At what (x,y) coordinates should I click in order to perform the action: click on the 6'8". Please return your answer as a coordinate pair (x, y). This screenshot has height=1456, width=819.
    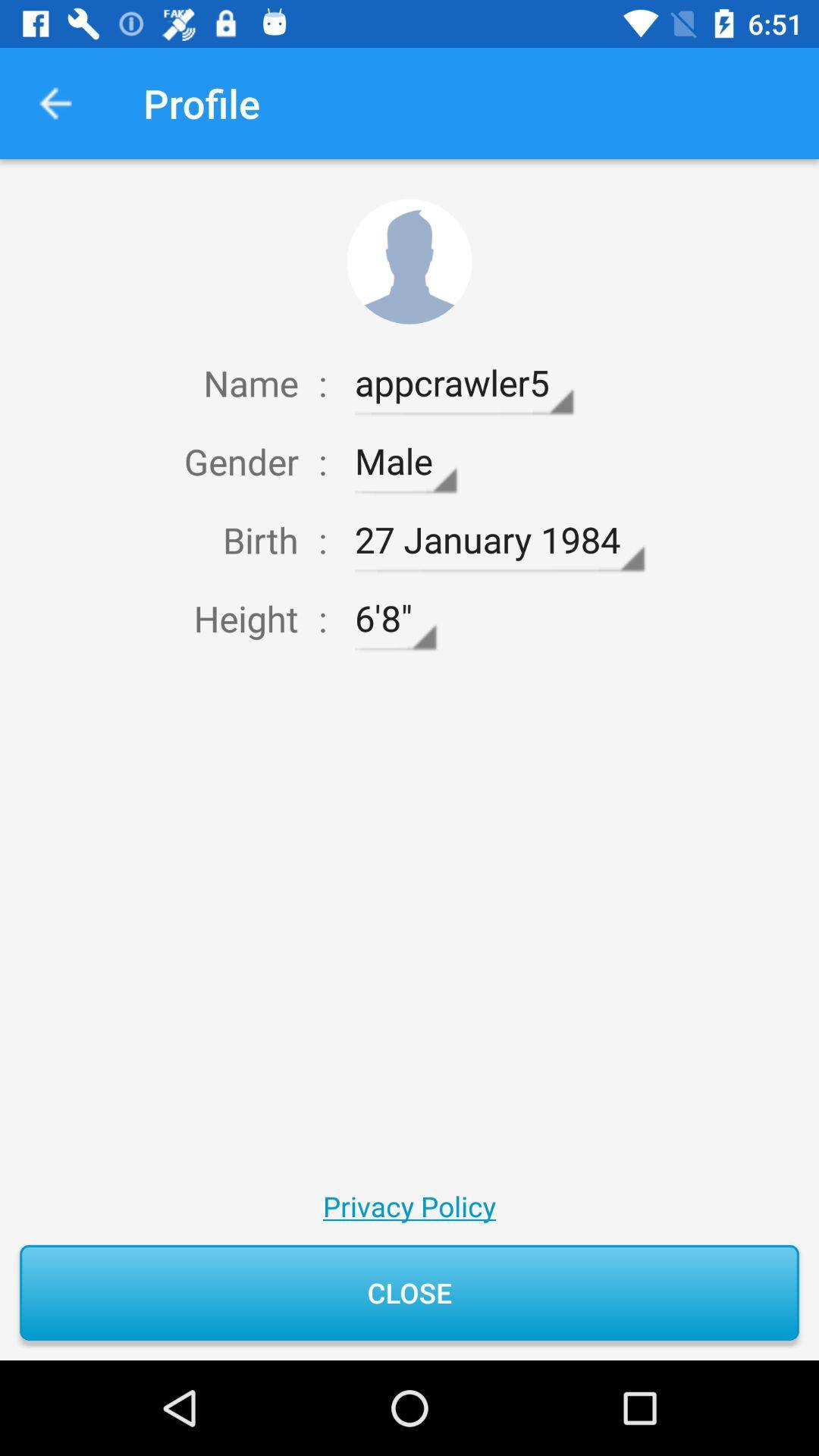
    Looking at the image, I should click on (394, 619).